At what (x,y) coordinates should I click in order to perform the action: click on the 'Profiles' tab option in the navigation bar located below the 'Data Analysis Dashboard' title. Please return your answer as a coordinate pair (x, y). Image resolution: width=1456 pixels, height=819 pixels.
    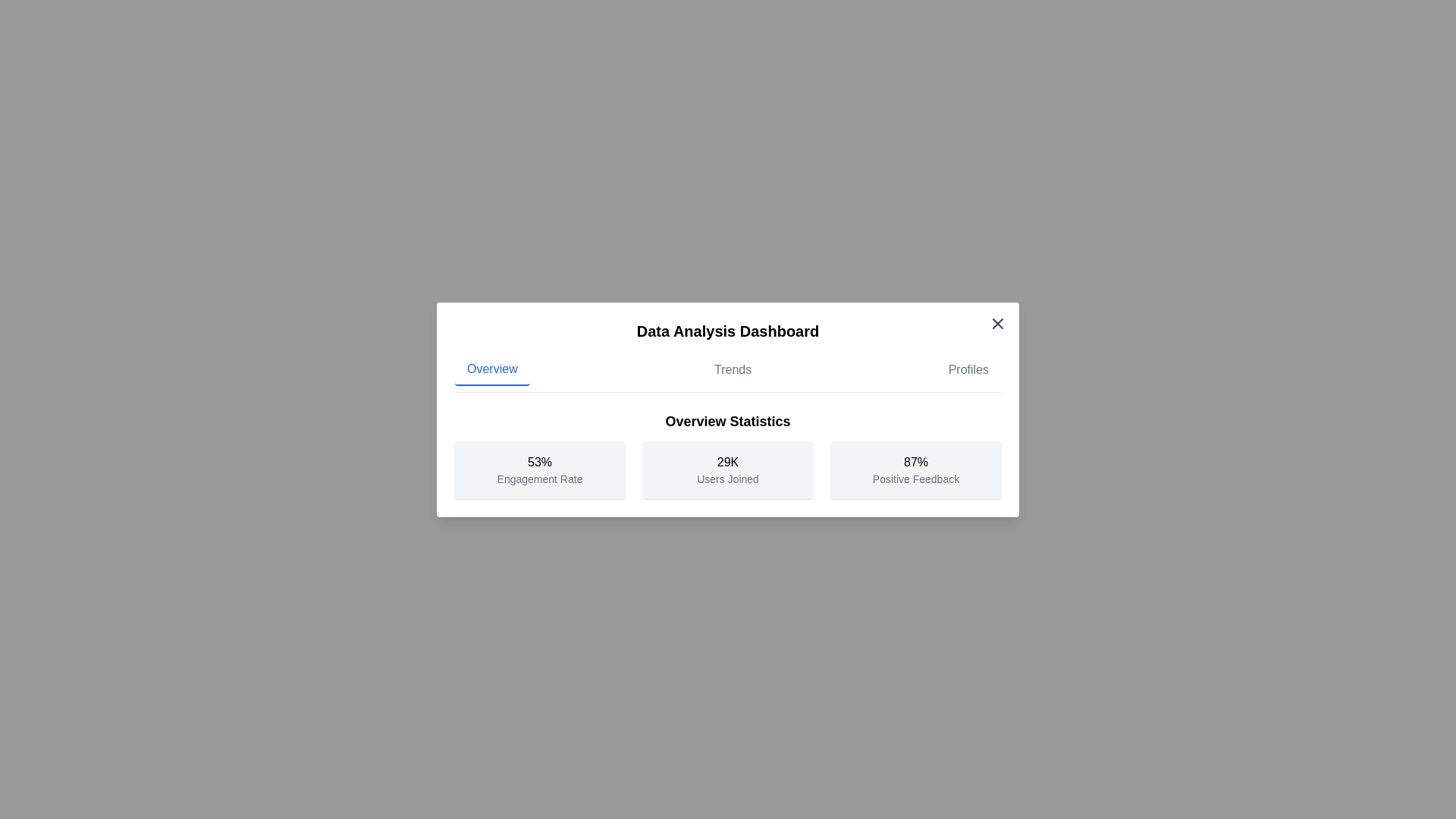
    Looking at the image, I should click on (968, 369).